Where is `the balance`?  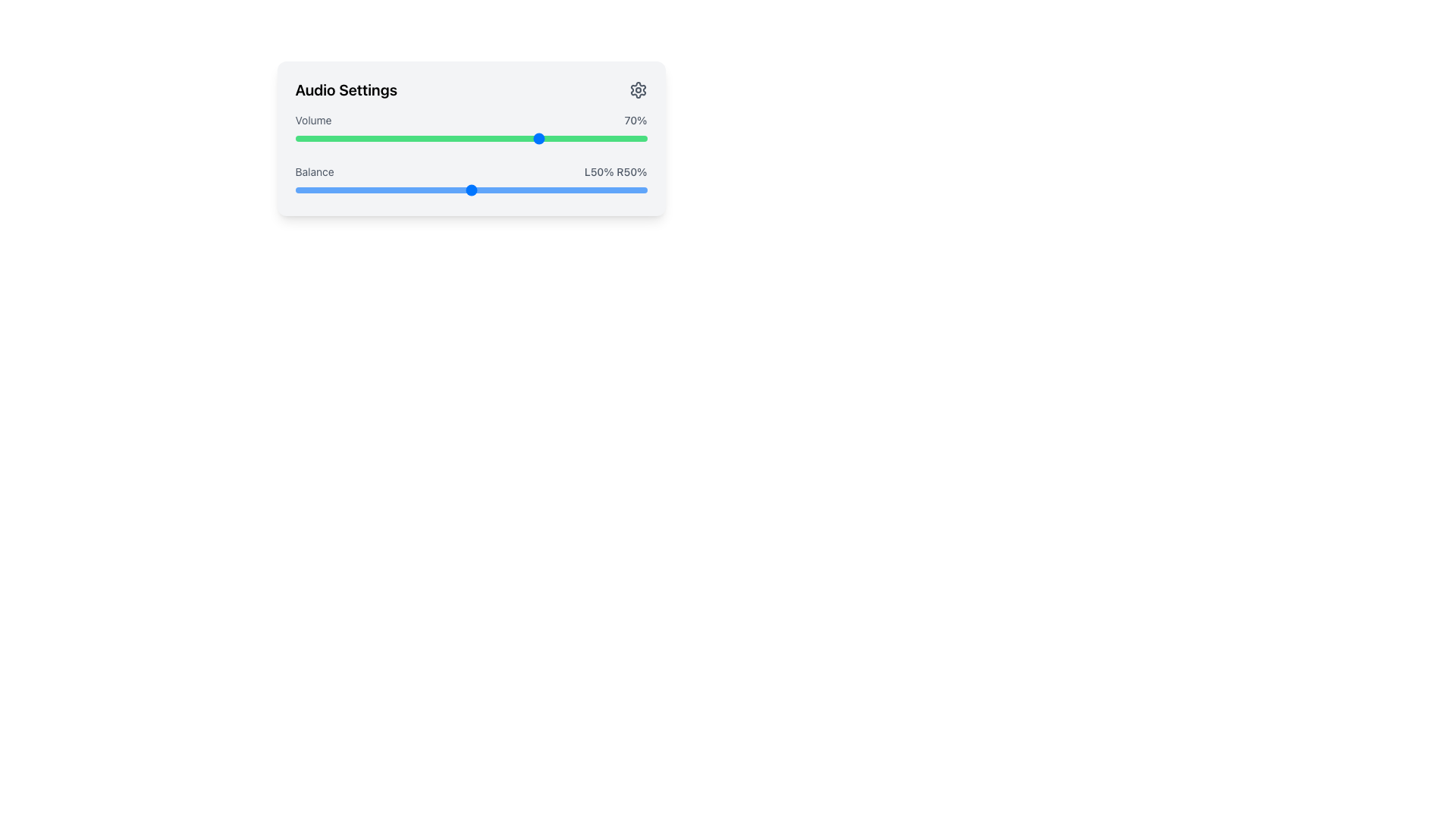
the balance is located at coordinates (354, 189).